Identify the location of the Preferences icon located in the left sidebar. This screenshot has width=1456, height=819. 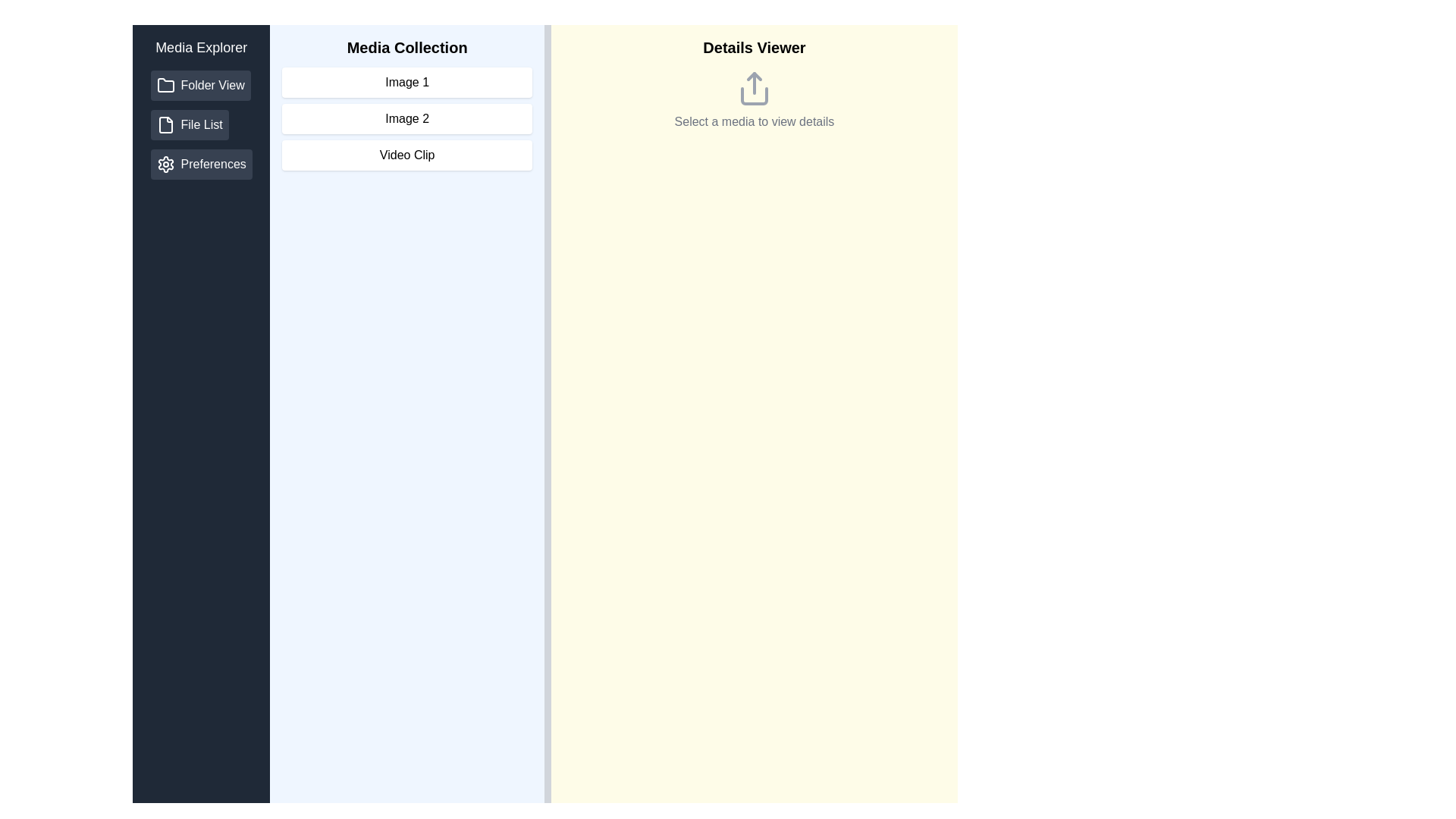
(165, 164).